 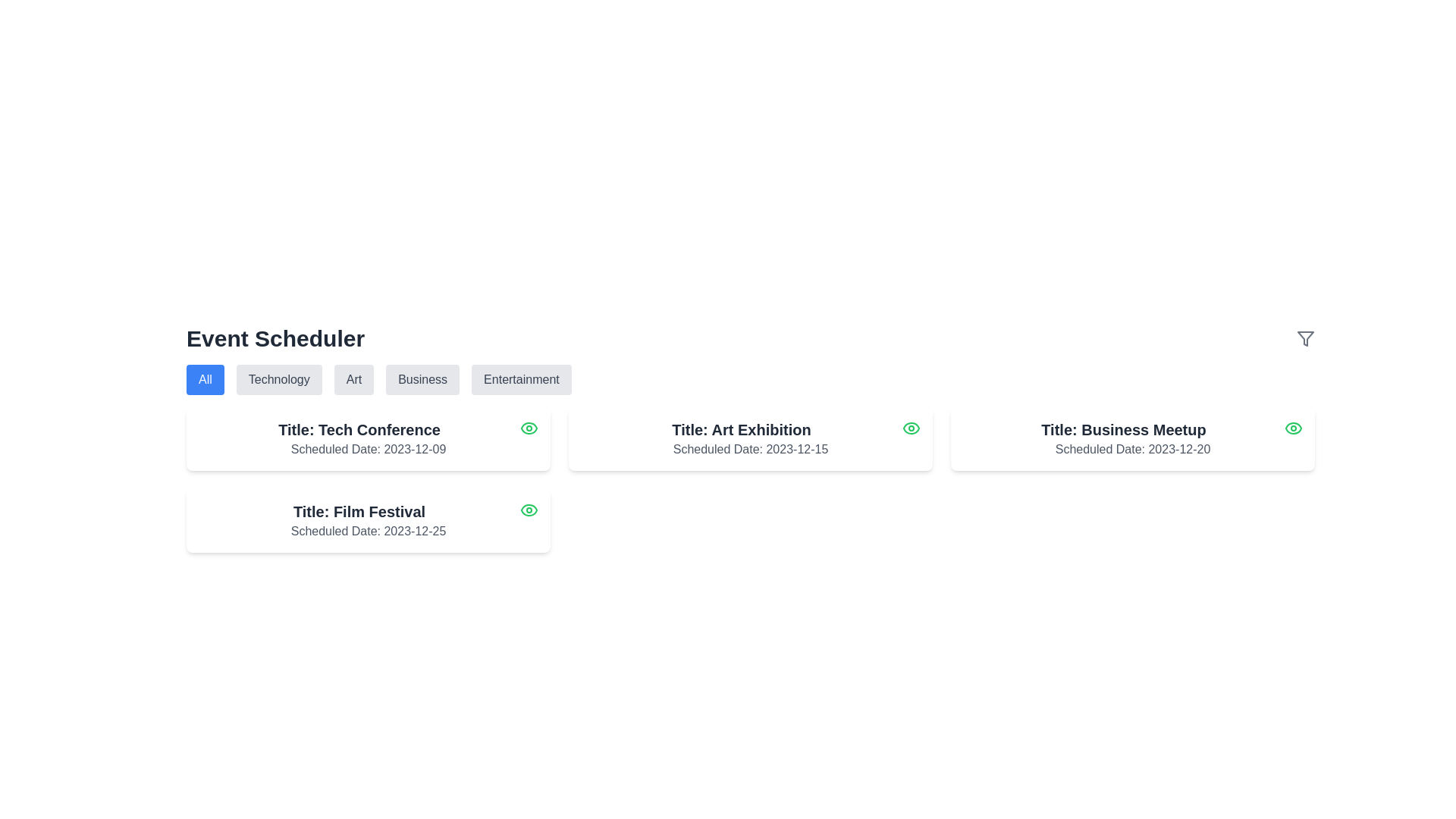 What do you see at coordinates (1132, 449) in the screenshot?
I see `the text label displaying 'Scheduled Date: 2023-12-20', which is styled in gray font and positioned below the heading 'Title: Business Meetup' within the event details card` at bounding box center [1132, 449].